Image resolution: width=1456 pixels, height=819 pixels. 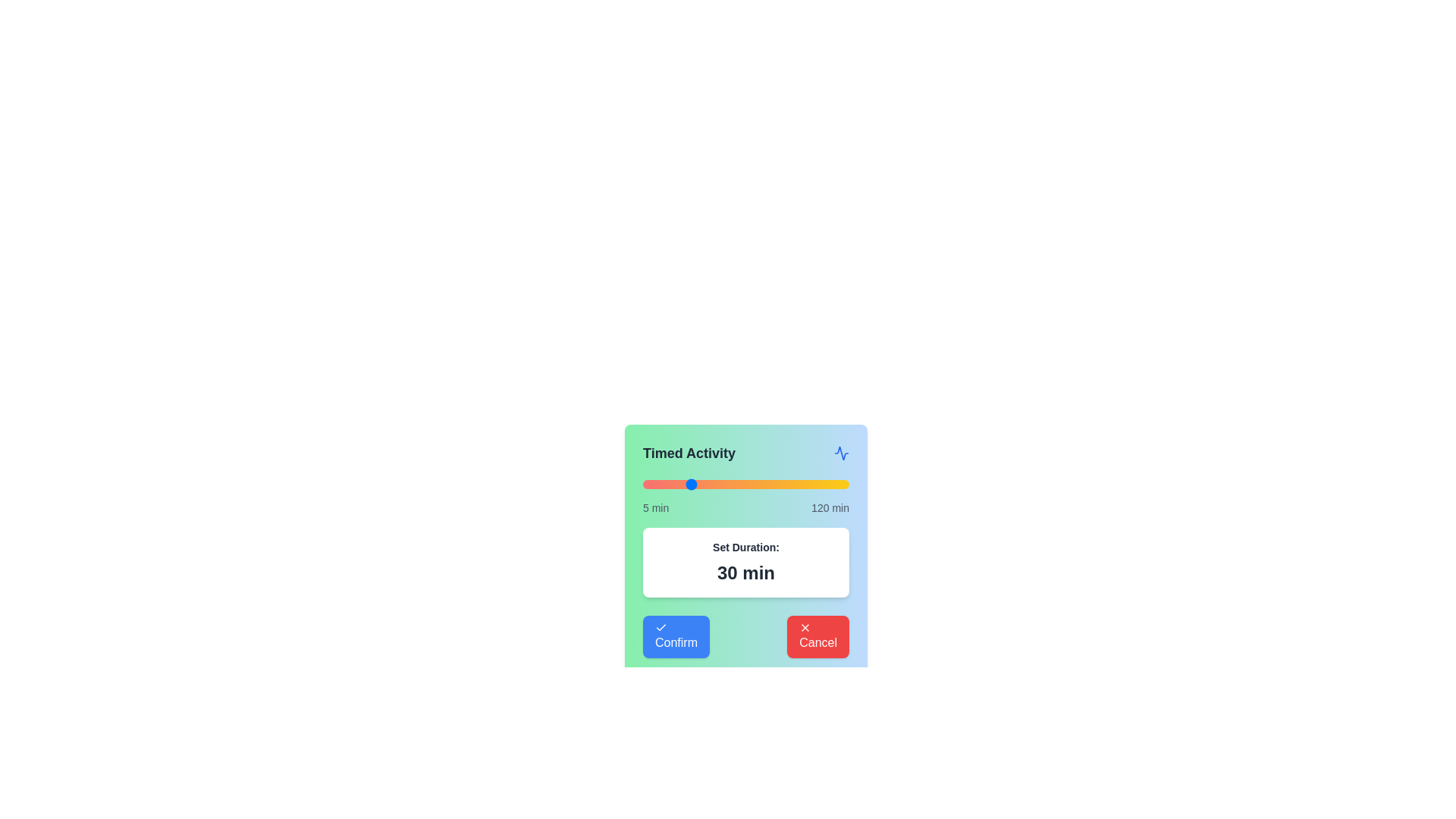 What do you see at coordinates (676, 637) in the screenshot?
I see `the 'Confirm' button to finalize the selection` at bounding box center [676, 637].